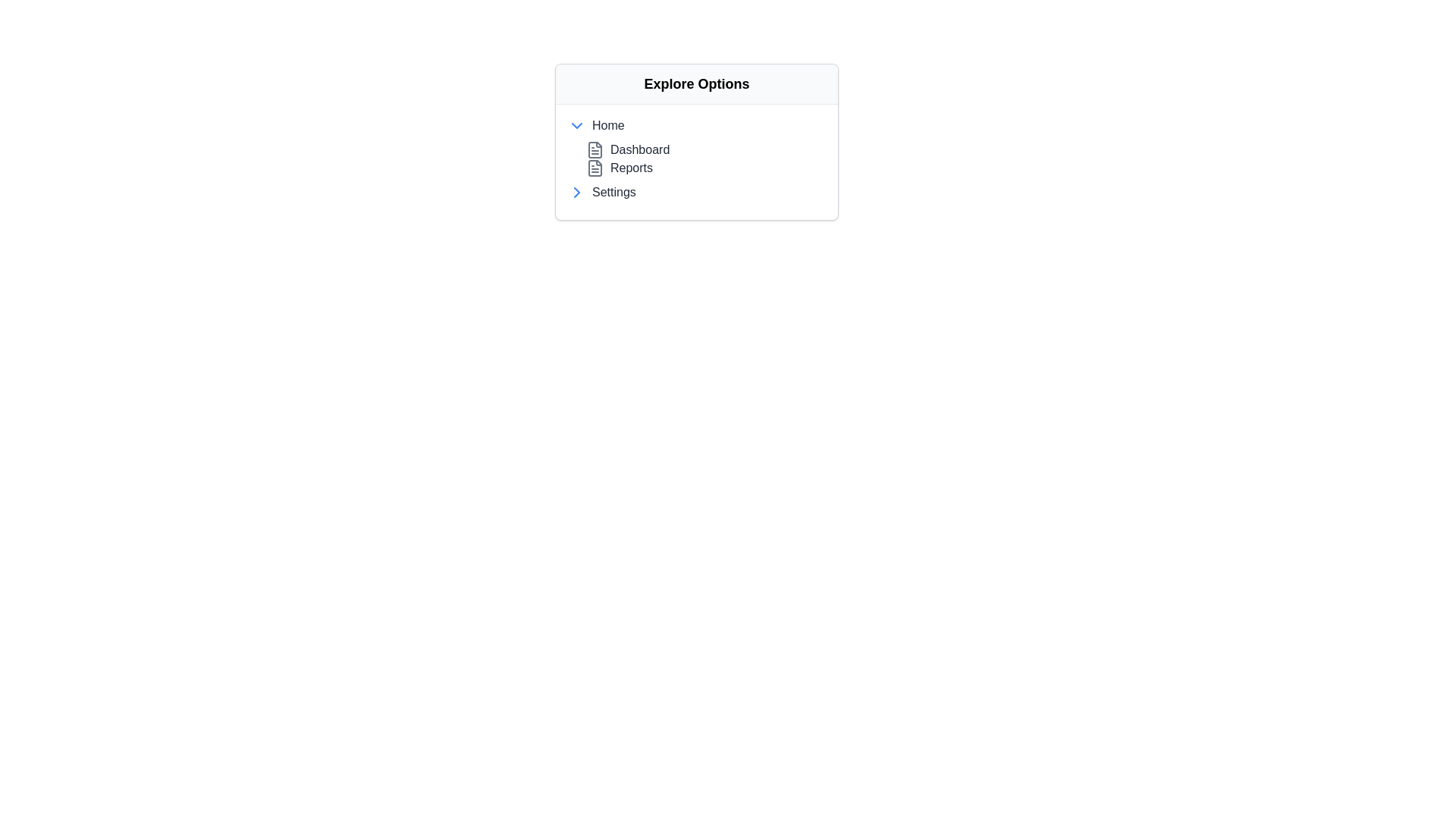  Describe the element at coordinates (695, 146) in the screenshot. I see `the 'Dashboard' entry in the navigable list located under 'Explore Options'` at that location.